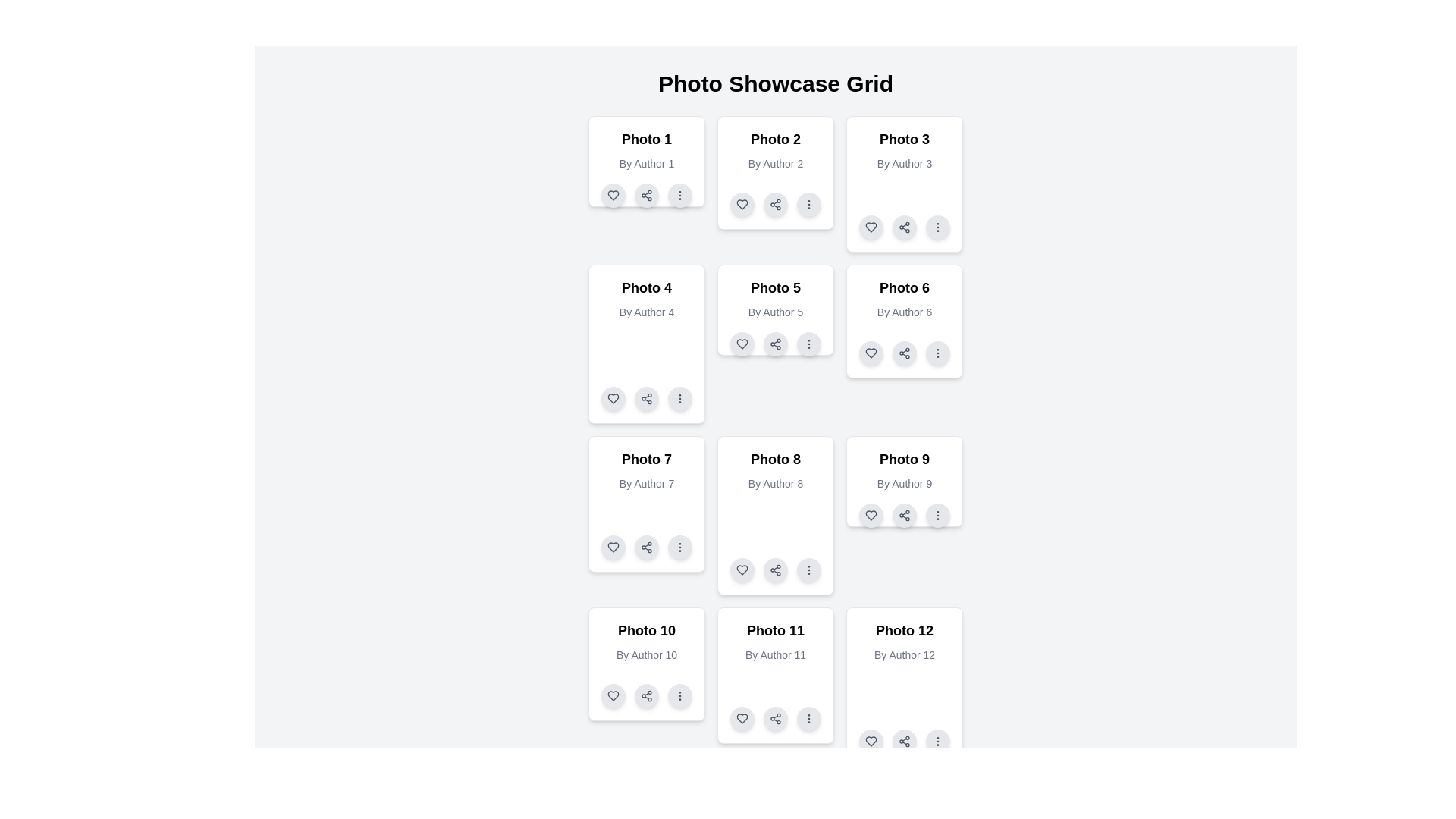 The width and height of the screenshot is (1456, 819). What do you see at coordinates (647, 547) in the screenshot?
I see `the sharing button located at the middle of the third row in a grid layout, which is the second button in the bottom row of the card labeled 'Photo 7 by Author 7'` at bounding box center [647, 547].